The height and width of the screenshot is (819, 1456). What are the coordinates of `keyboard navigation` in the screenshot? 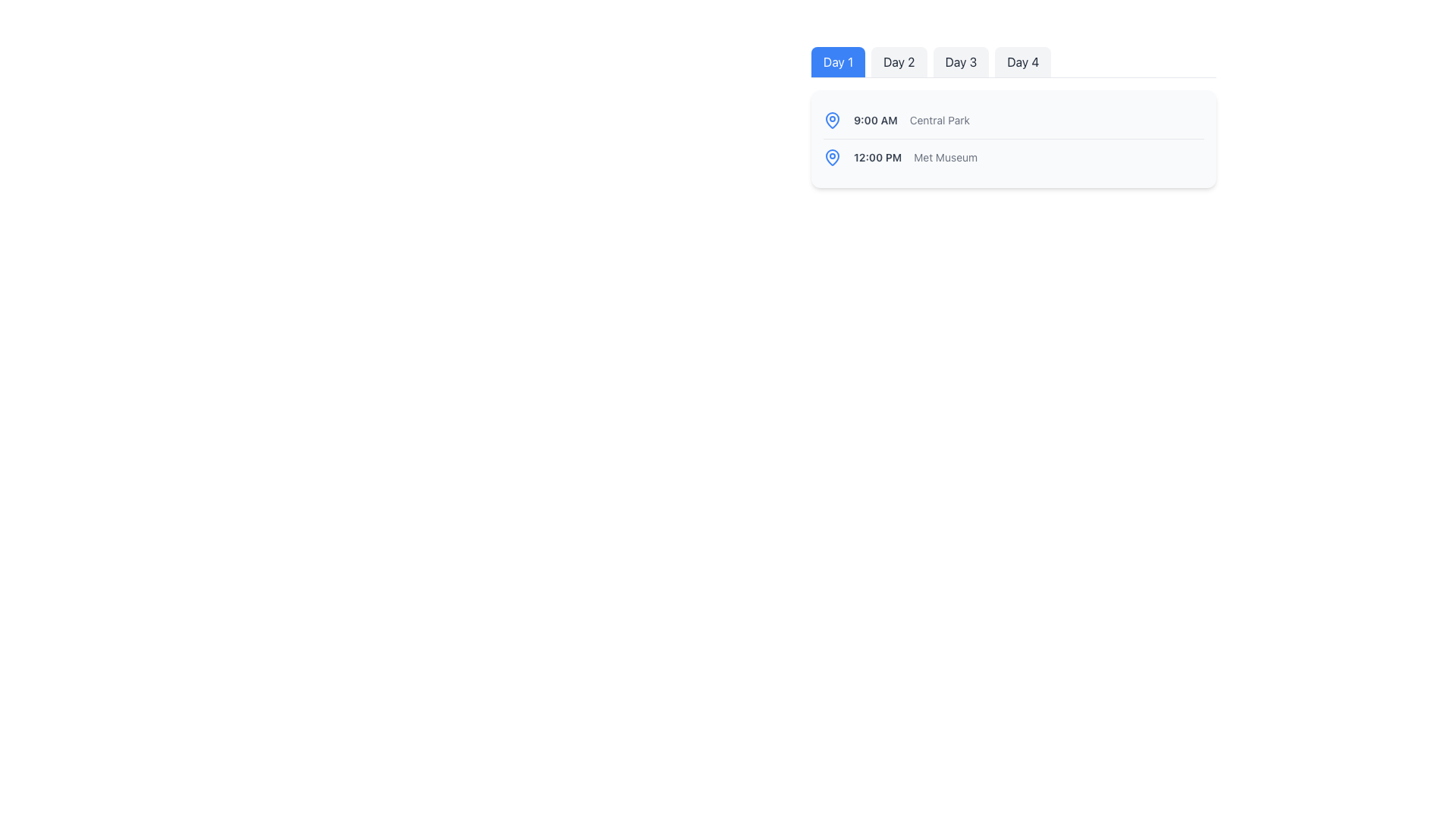 It's located at (960, 61).